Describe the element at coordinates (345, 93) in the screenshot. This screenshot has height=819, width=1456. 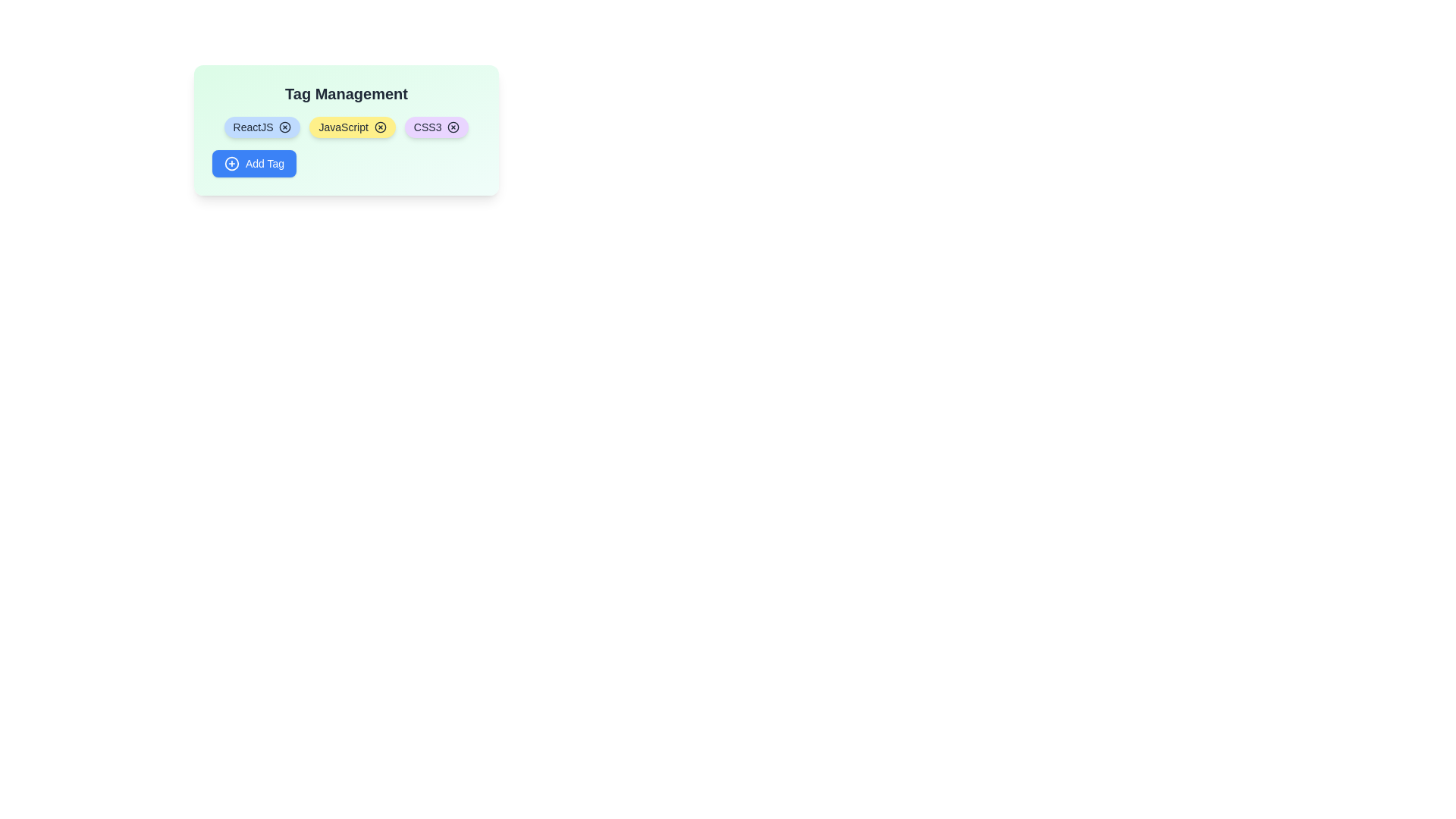
I see `the text of the header labeled 'Tag Management'` at that location.